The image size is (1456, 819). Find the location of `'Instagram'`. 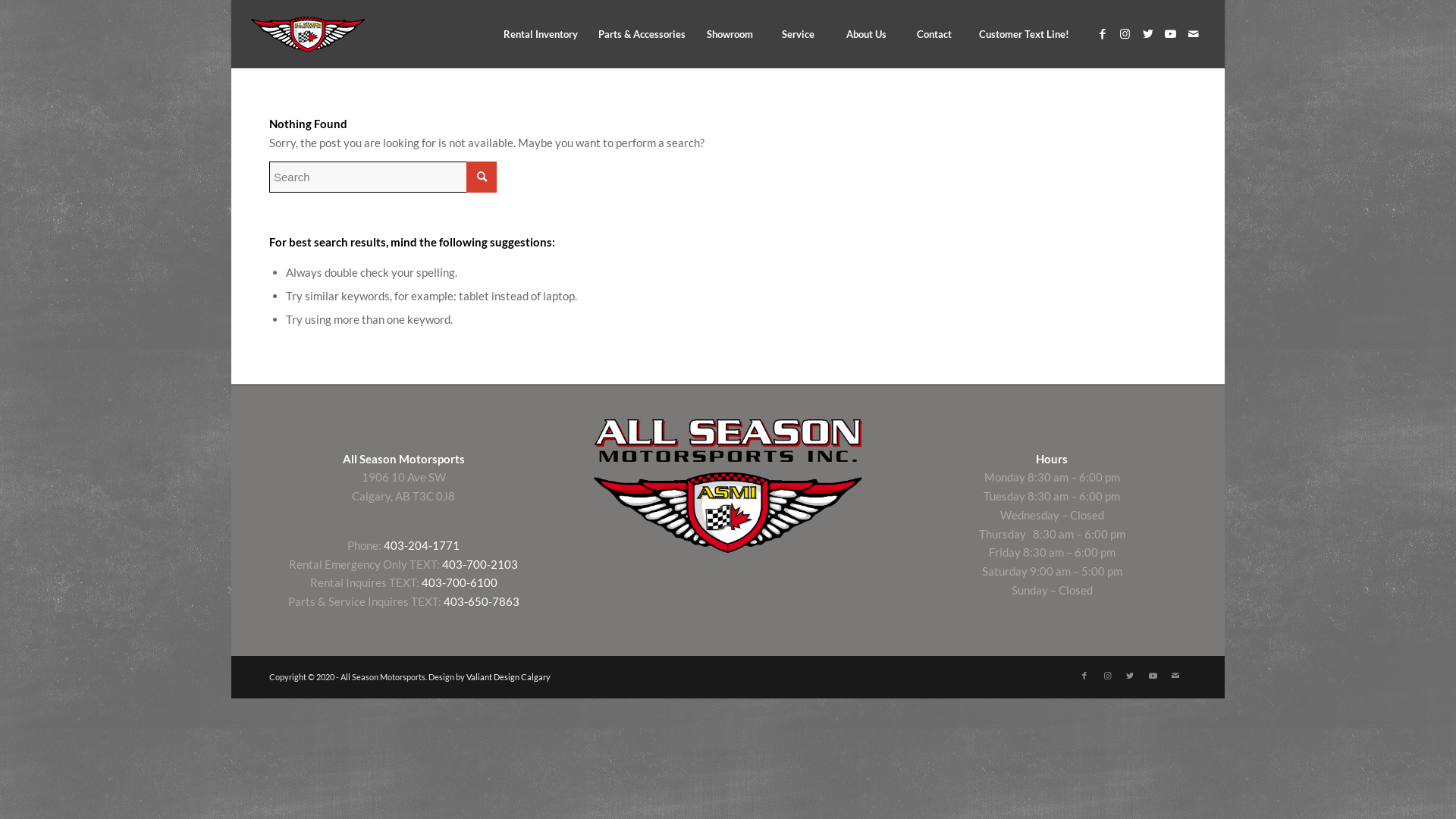

'Instagram' is located at coordinates (1106, 675).